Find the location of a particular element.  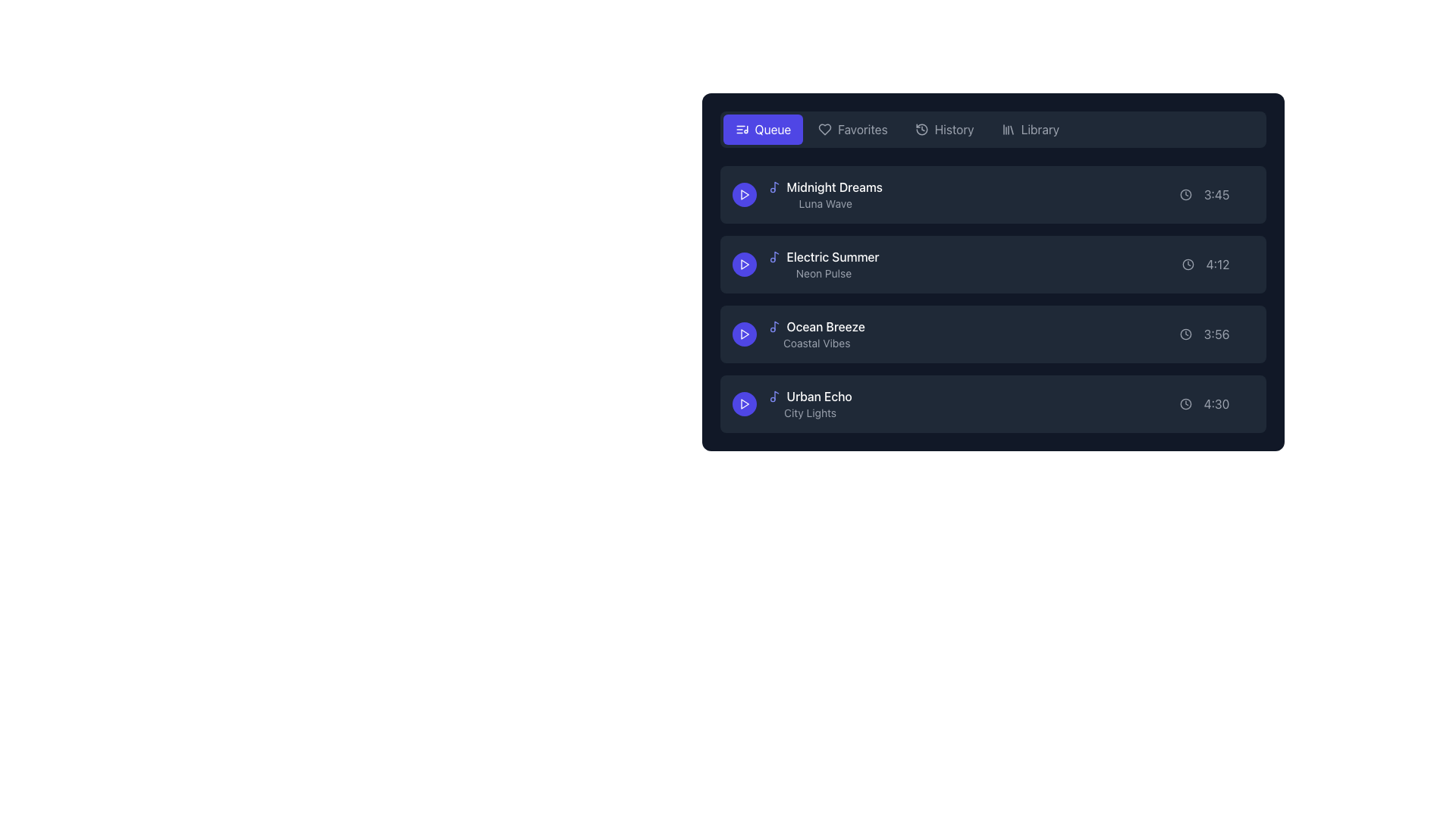

the play button icon is located at coordinates (744, 194).